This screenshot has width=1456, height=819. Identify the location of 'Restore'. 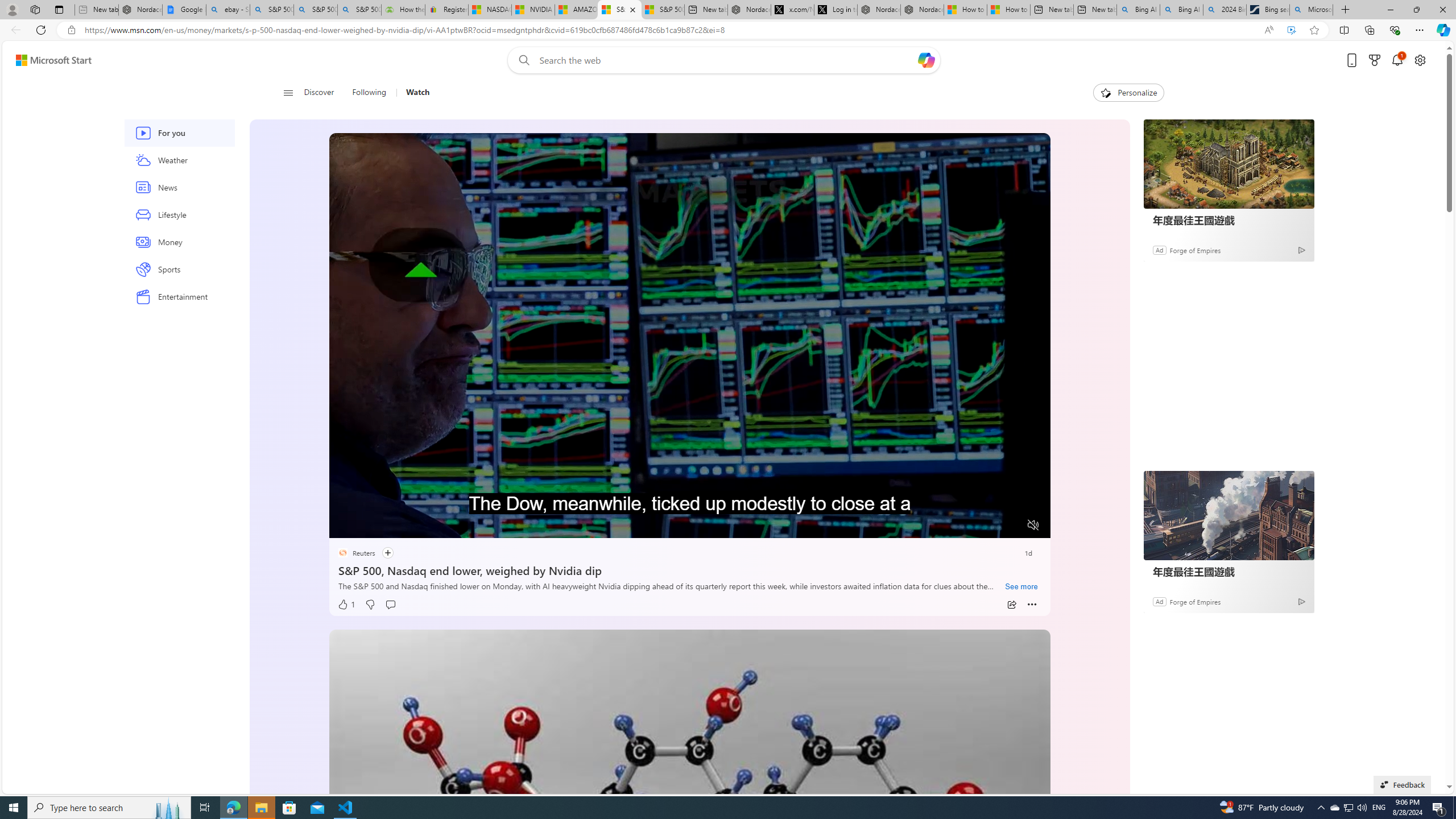
(1416, 9).